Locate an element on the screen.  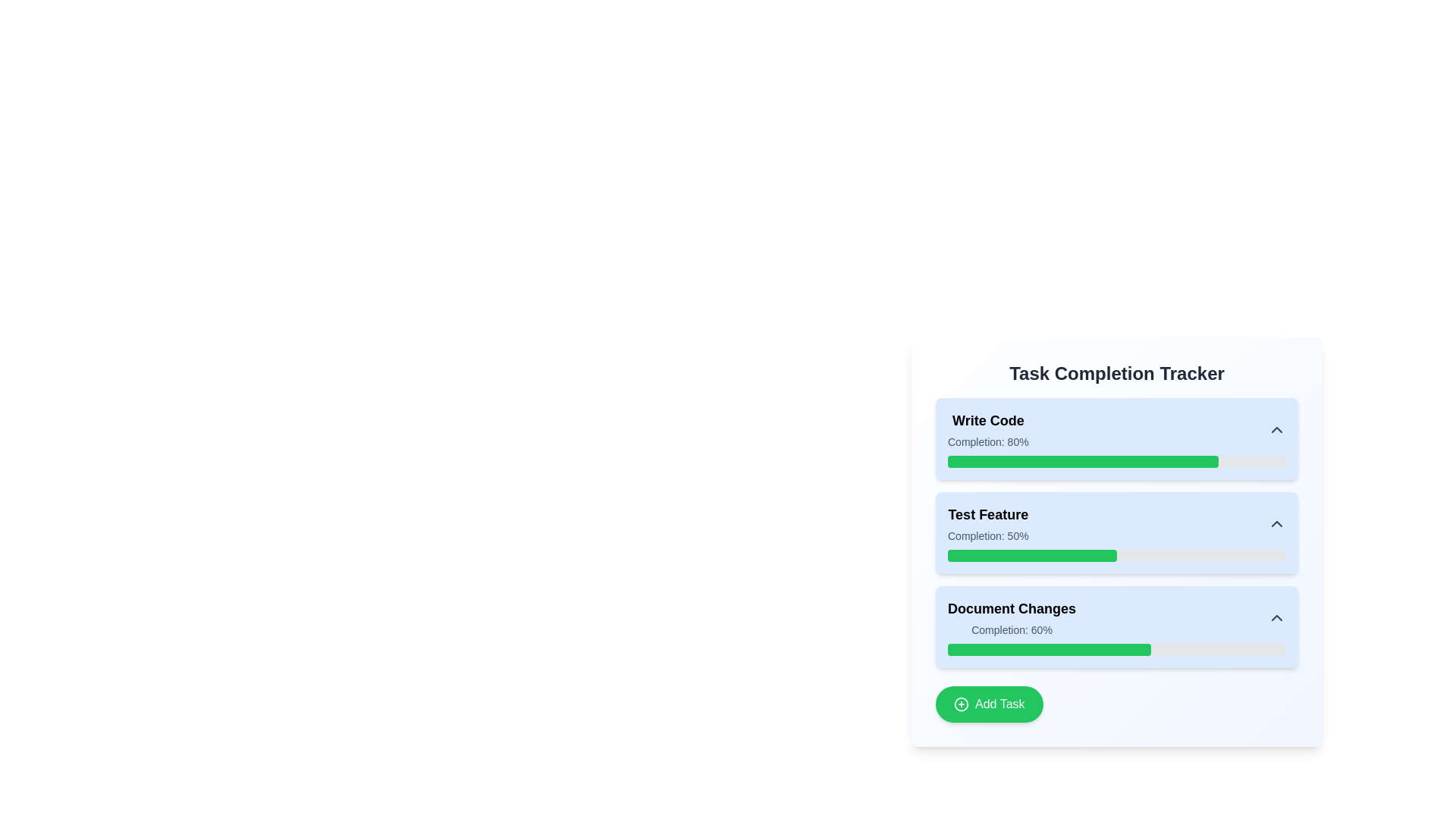
task summary header titled 'Document Changes' with a completion percentage of '60%' located in the blue box within the 'Task Completion Tracker' section is located at coordinates (1117, 617).